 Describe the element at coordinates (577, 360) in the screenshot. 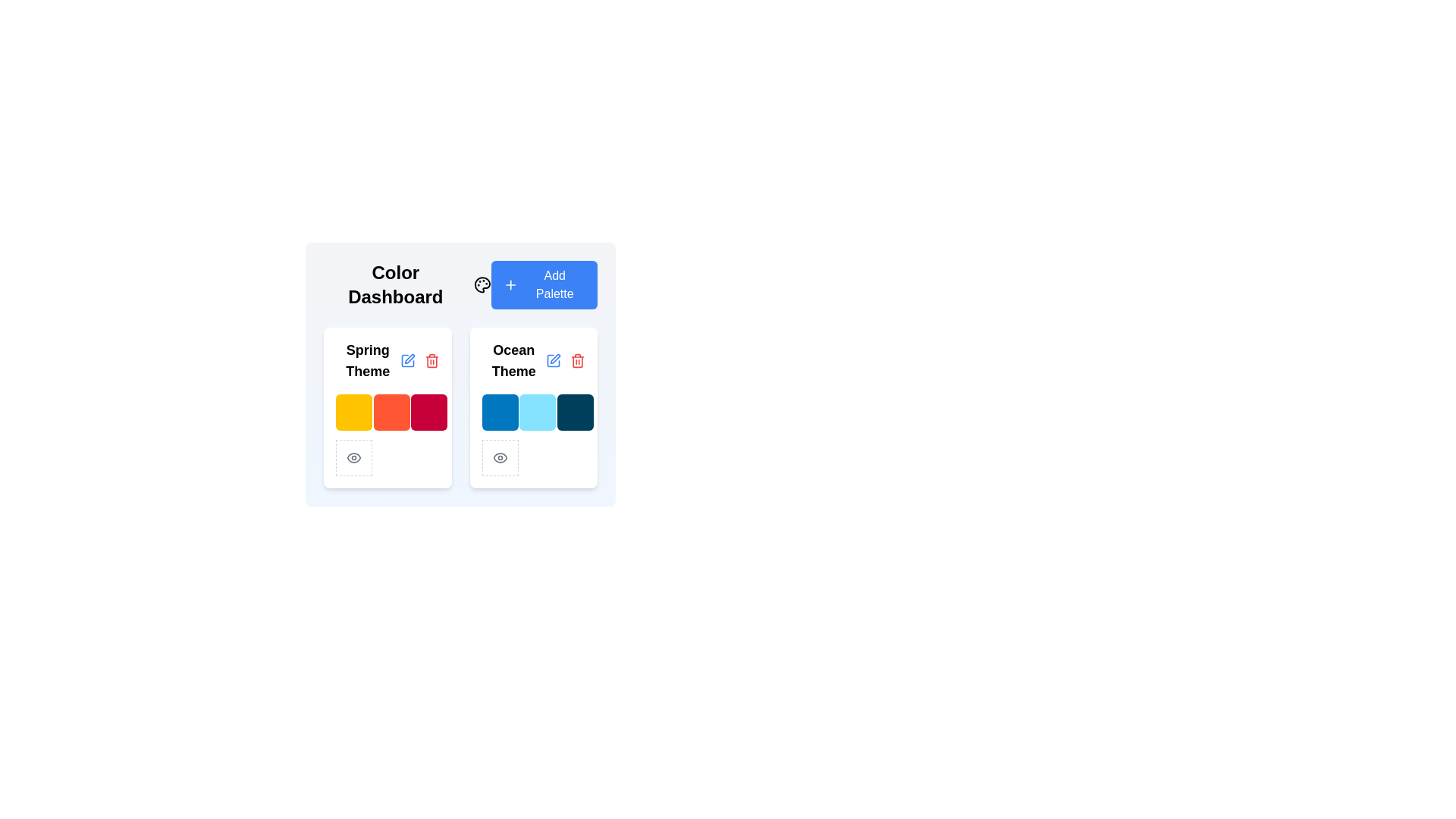

I see `the delete button located at the top-right of the 'Ocean Theme' block` at that location.